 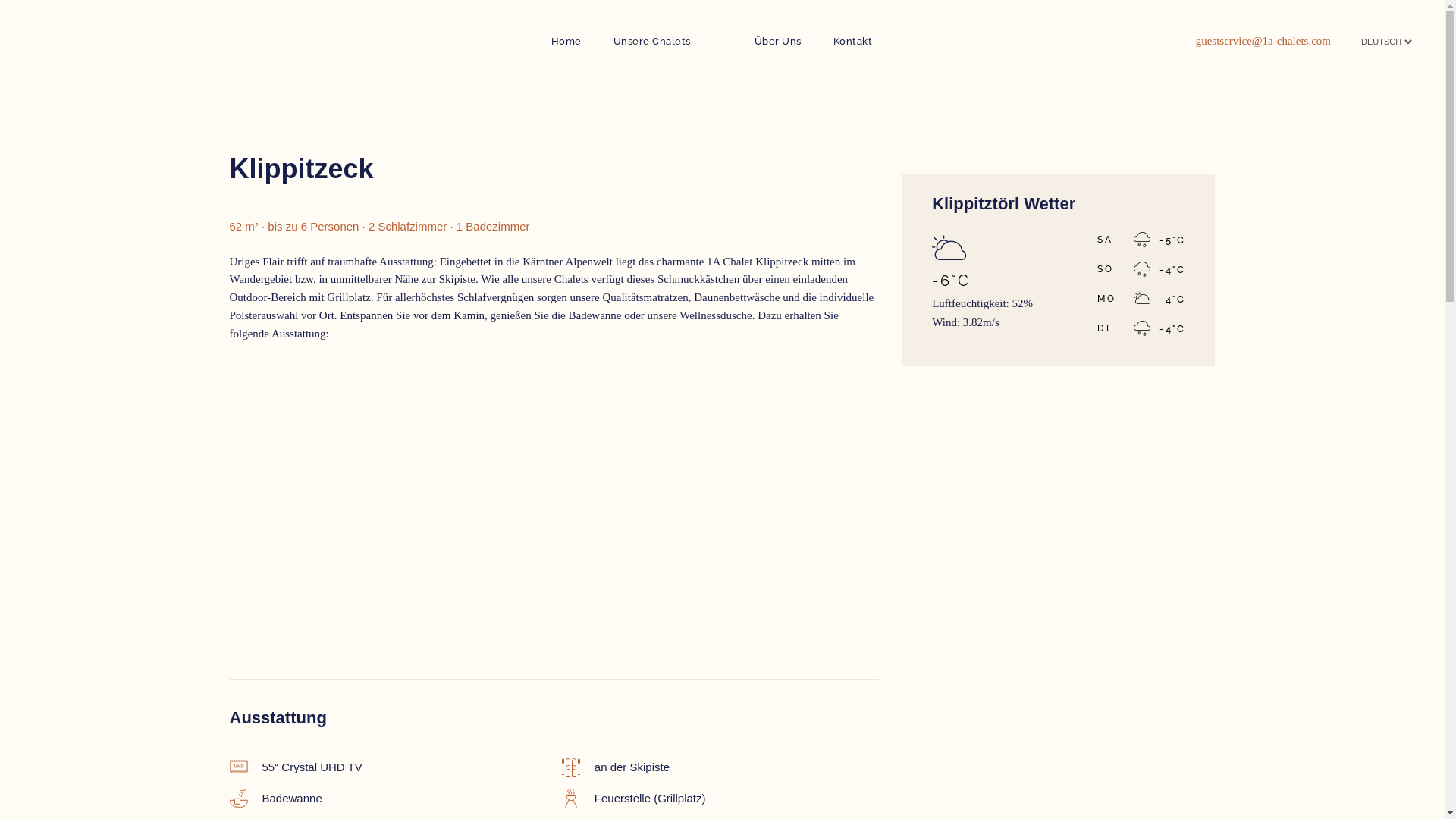 What do you see at coordinates (651, 40) in the screenshot?
I see `'Unsere Chalets'` at bounding box center [651, 40].